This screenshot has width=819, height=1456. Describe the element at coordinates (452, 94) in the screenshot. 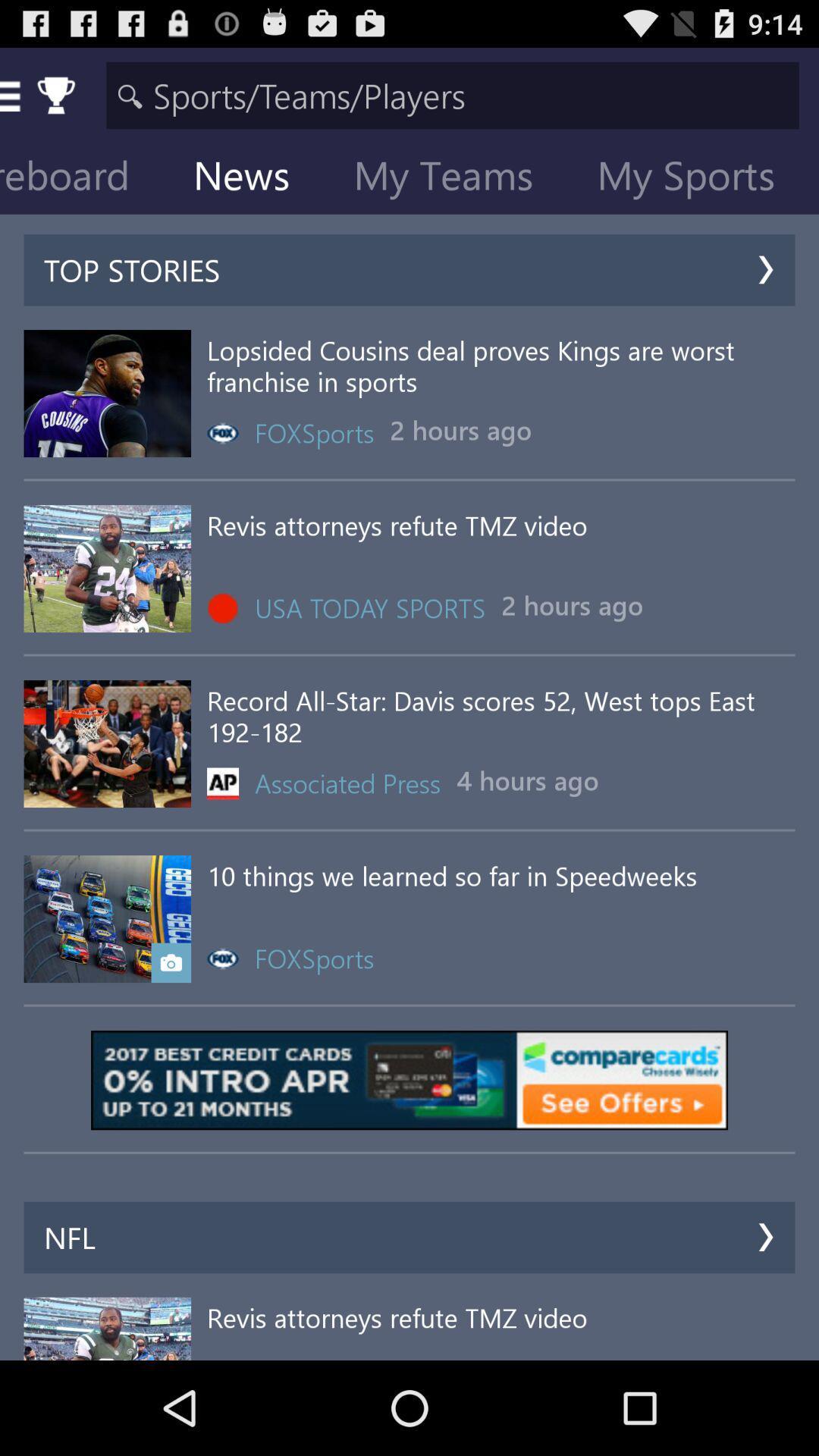

I see `icon above scoreboard` at that location.